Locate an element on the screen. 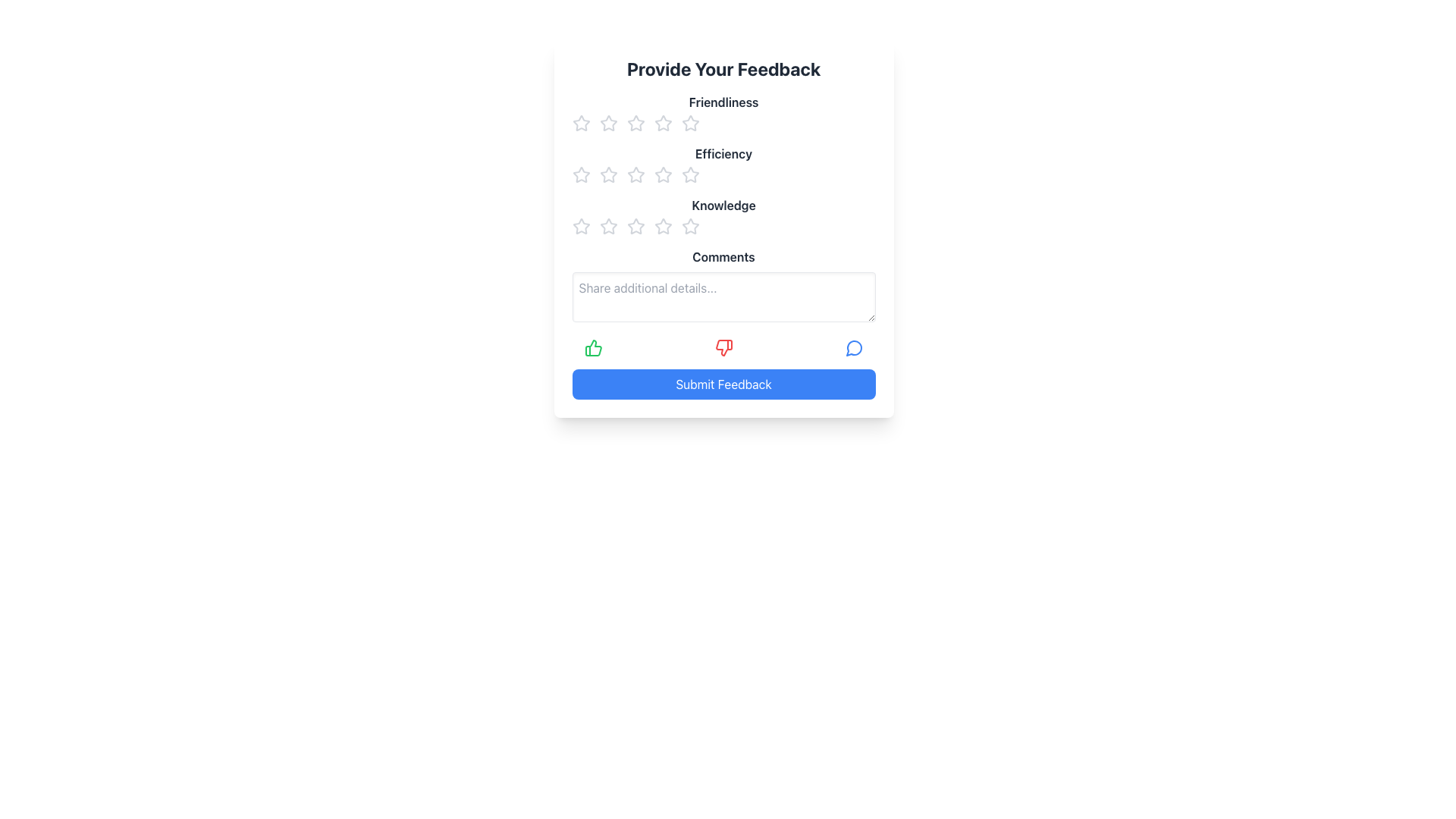 The width and height of the screenshot is (1456, 819). the second star icon in the 'Knowledge' section of the feedback form is located at coordinates (608, 226).